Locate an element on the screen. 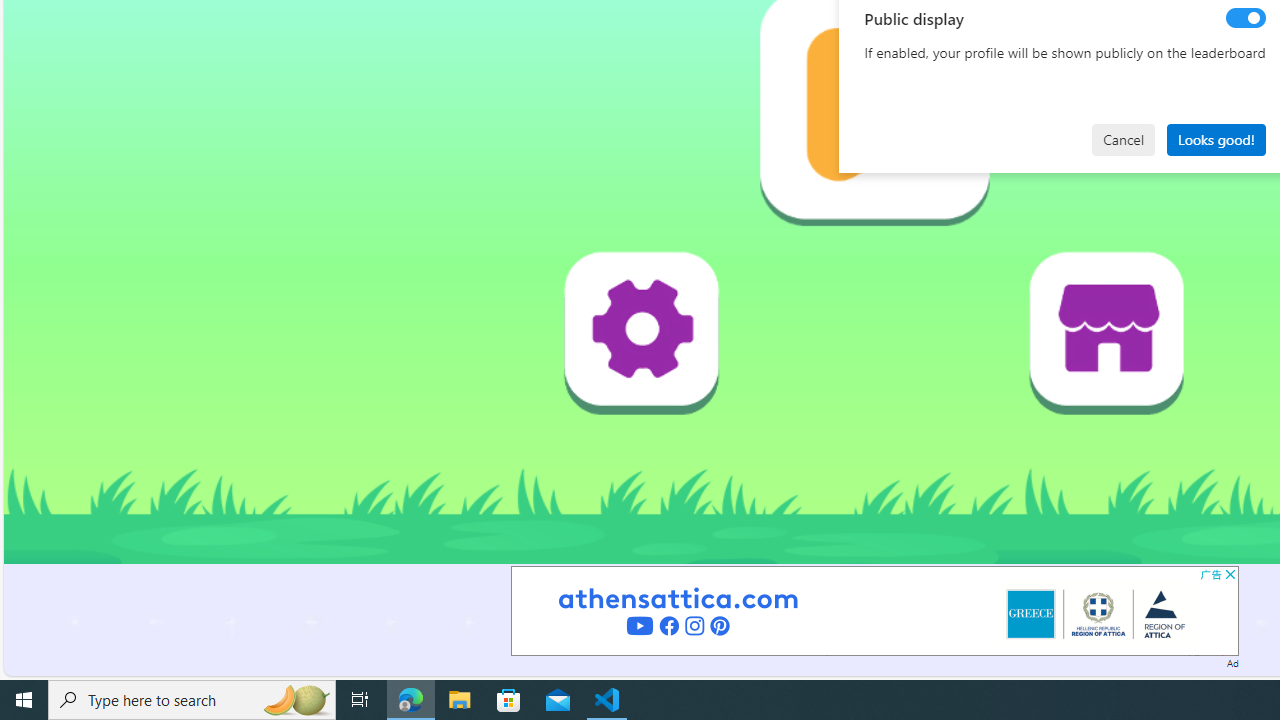 This screenshot has width=1280, height=720. 'Search highlights icon opens search home window' is located at coordinates (294, 698).